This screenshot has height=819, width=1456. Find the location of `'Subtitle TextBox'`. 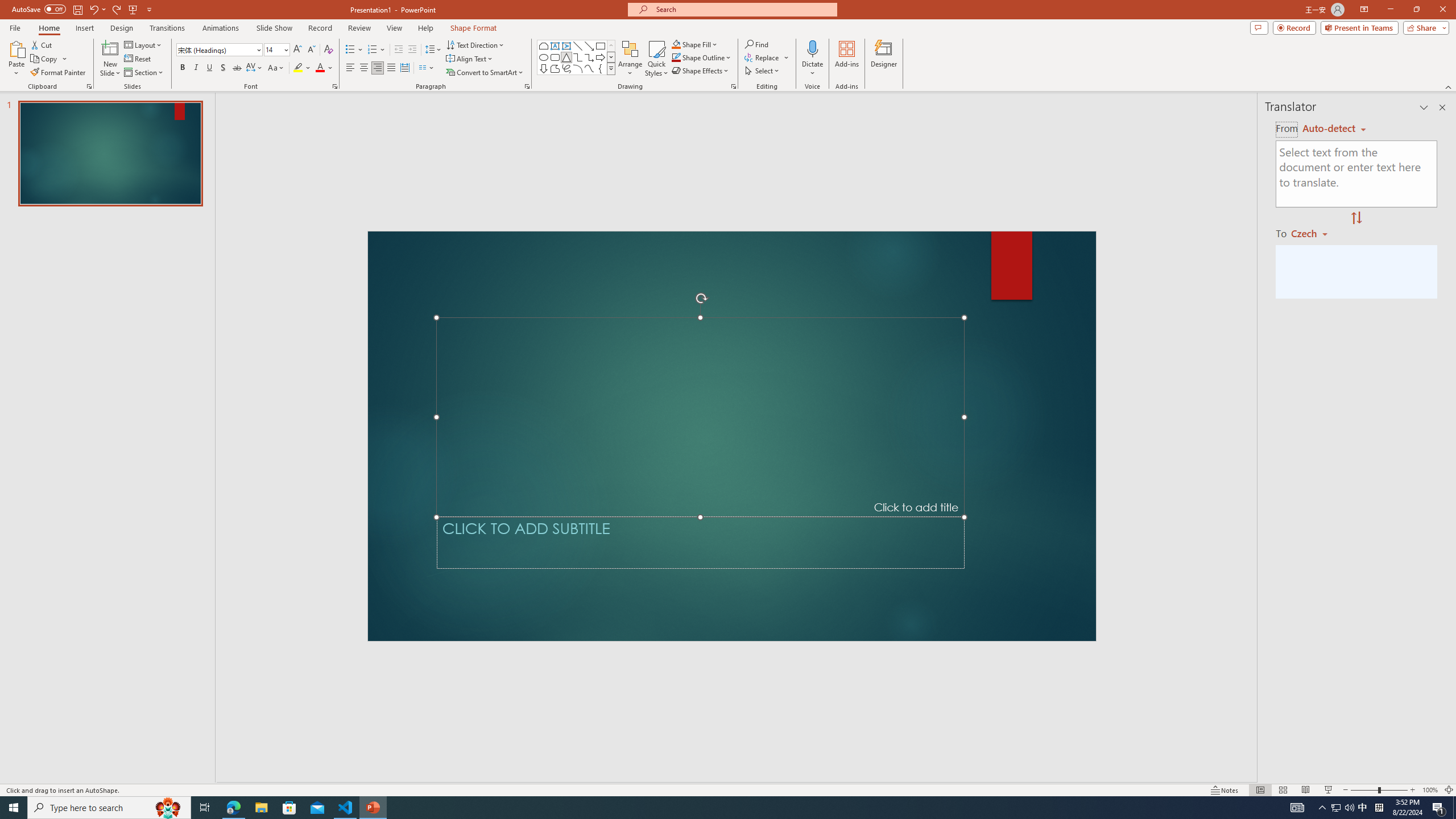

'Subtitle TextBox' is located at coordinates (700, 542).